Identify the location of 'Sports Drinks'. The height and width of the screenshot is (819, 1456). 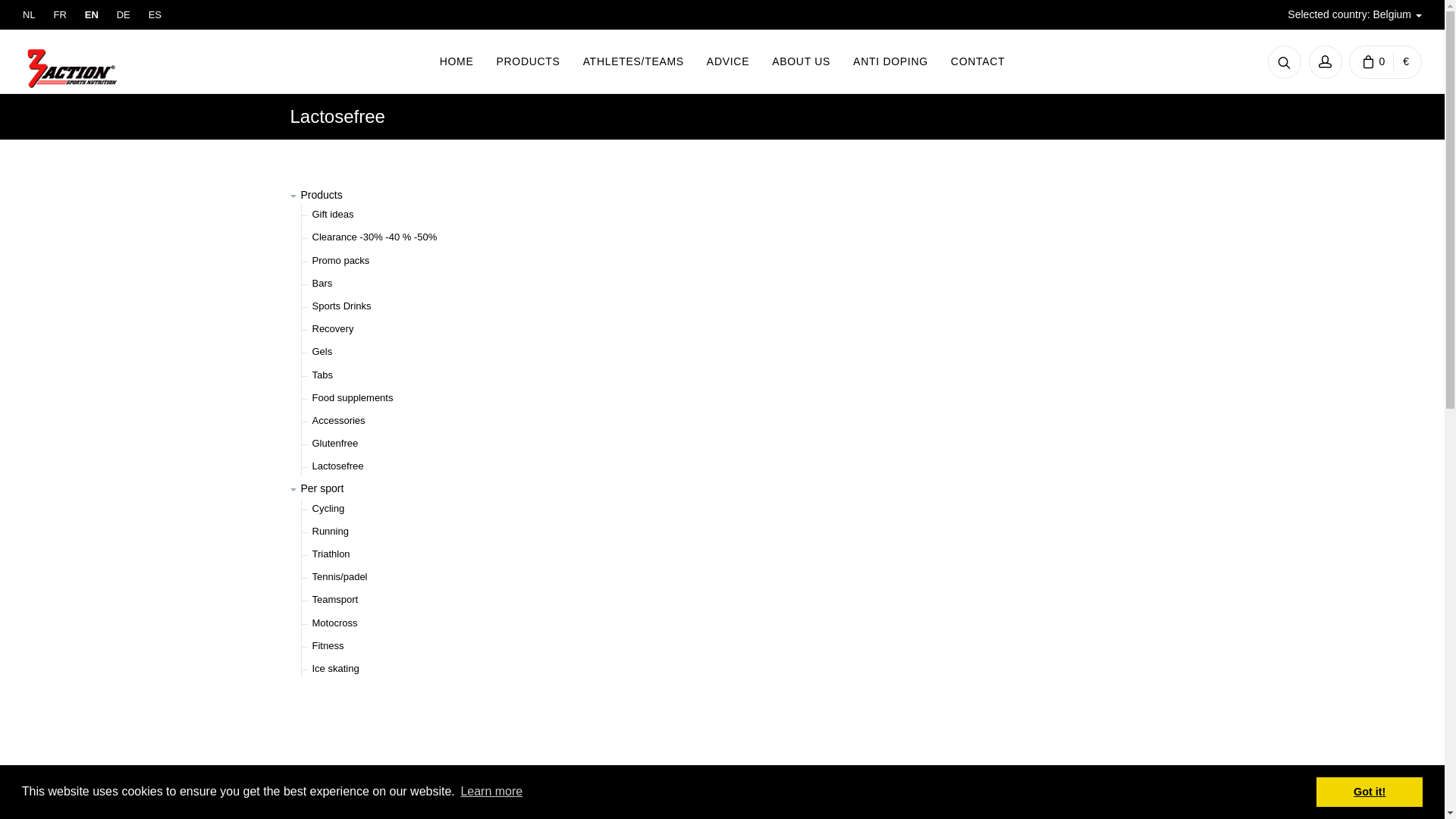
(341, 306).